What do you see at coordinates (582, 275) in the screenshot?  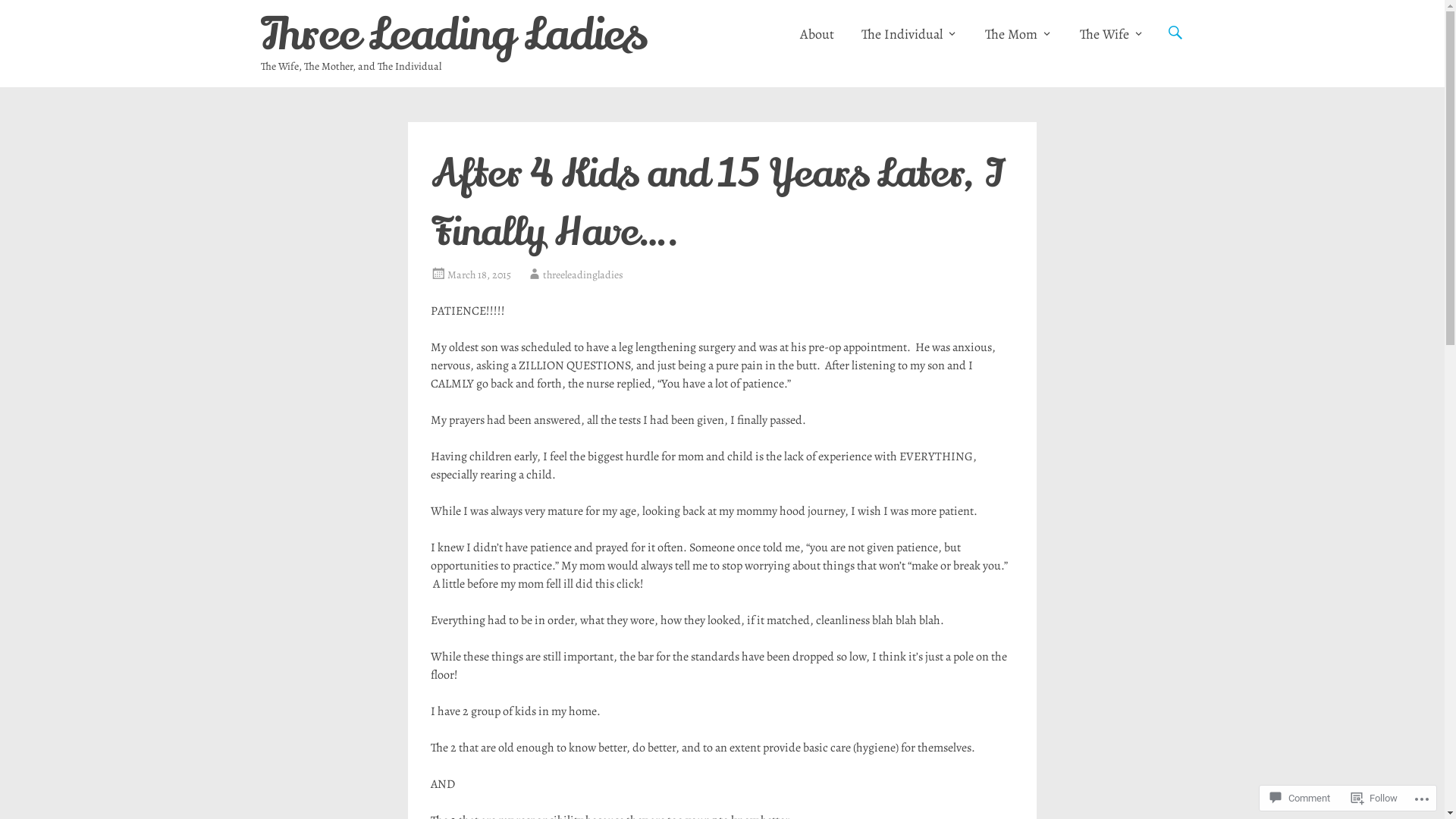 I see `'threeleadingladies'` at bounding box center [582, 275].